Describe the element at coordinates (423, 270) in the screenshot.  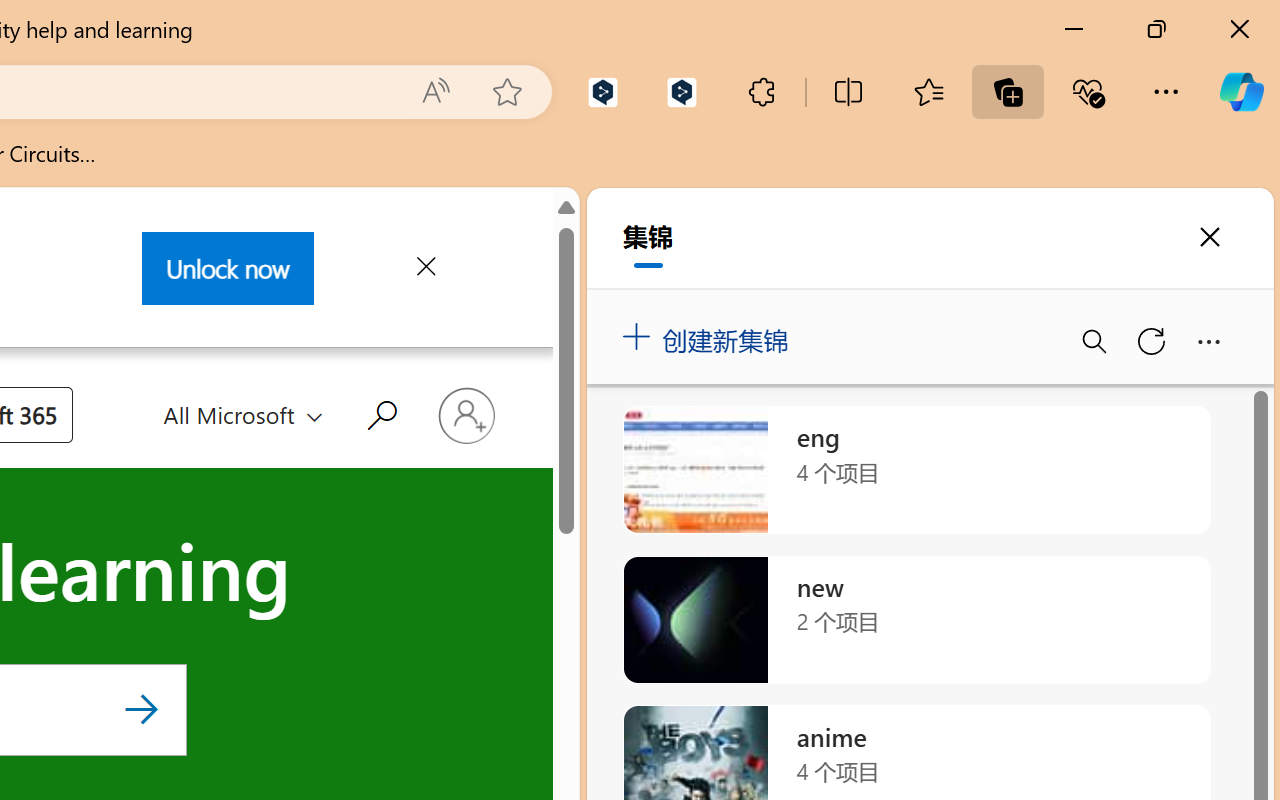
I see `'Close Ad'` at that location.